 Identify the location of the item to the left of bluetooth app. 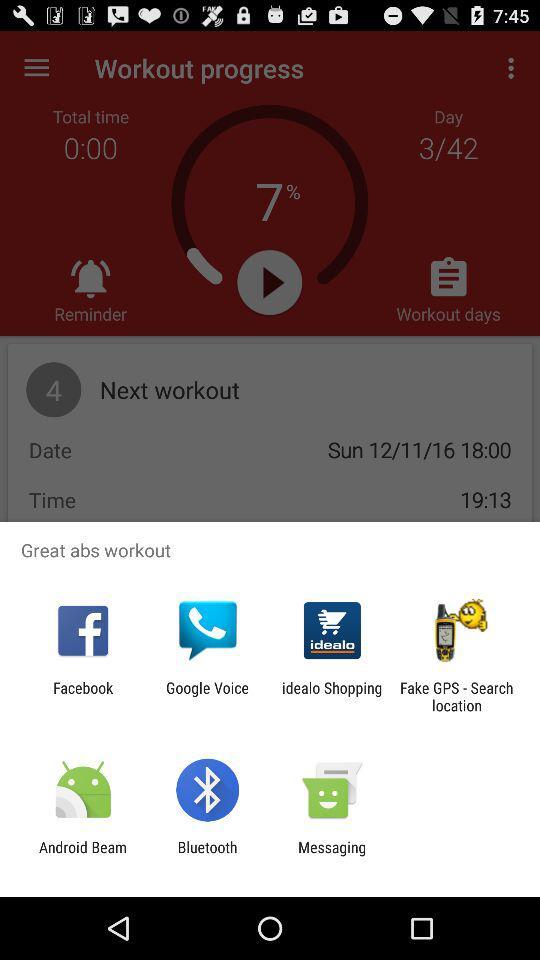
(82, 855).